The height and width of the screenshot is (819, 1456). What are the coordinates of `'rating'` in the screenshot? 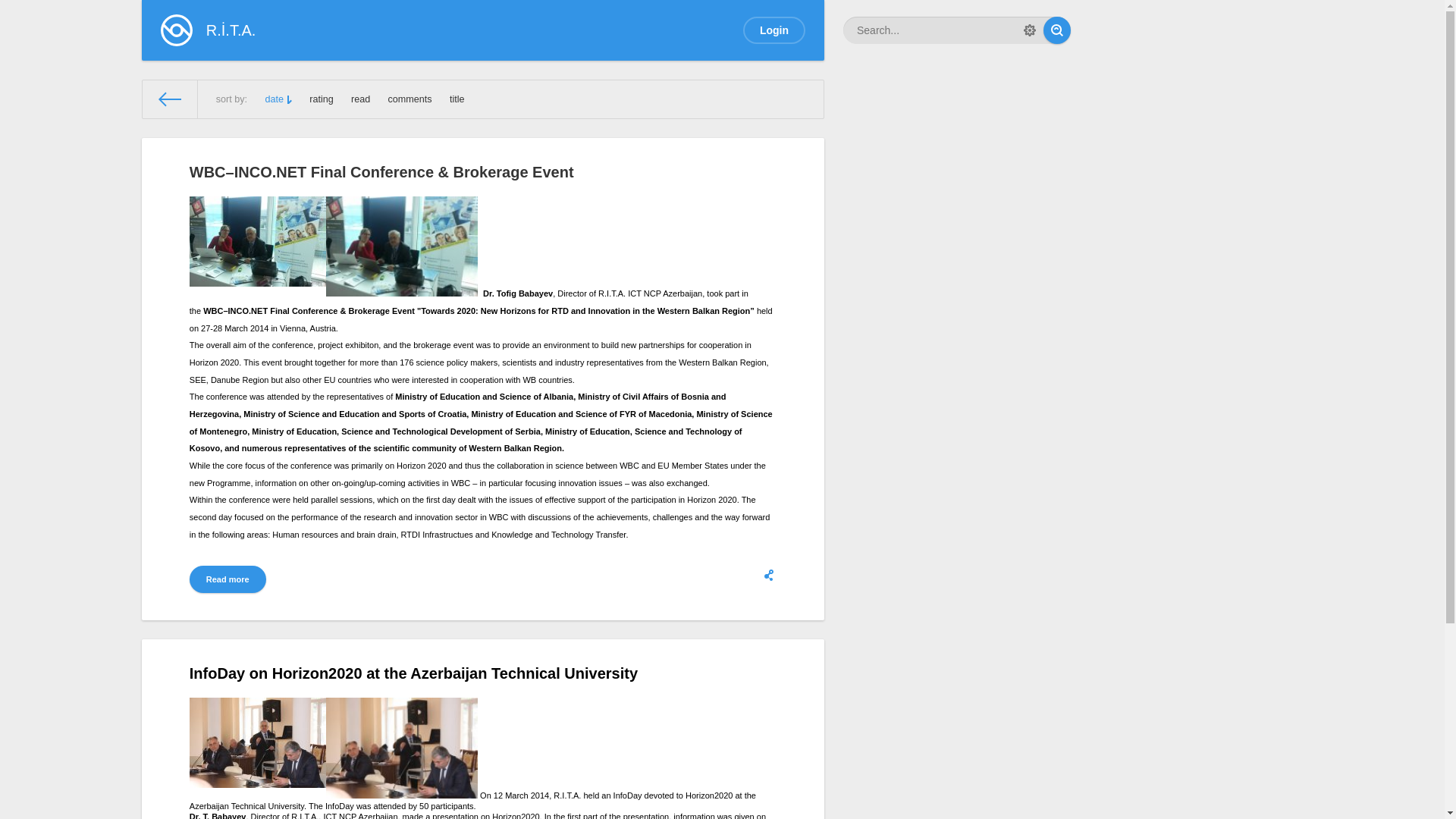 It's located at (320, 99).